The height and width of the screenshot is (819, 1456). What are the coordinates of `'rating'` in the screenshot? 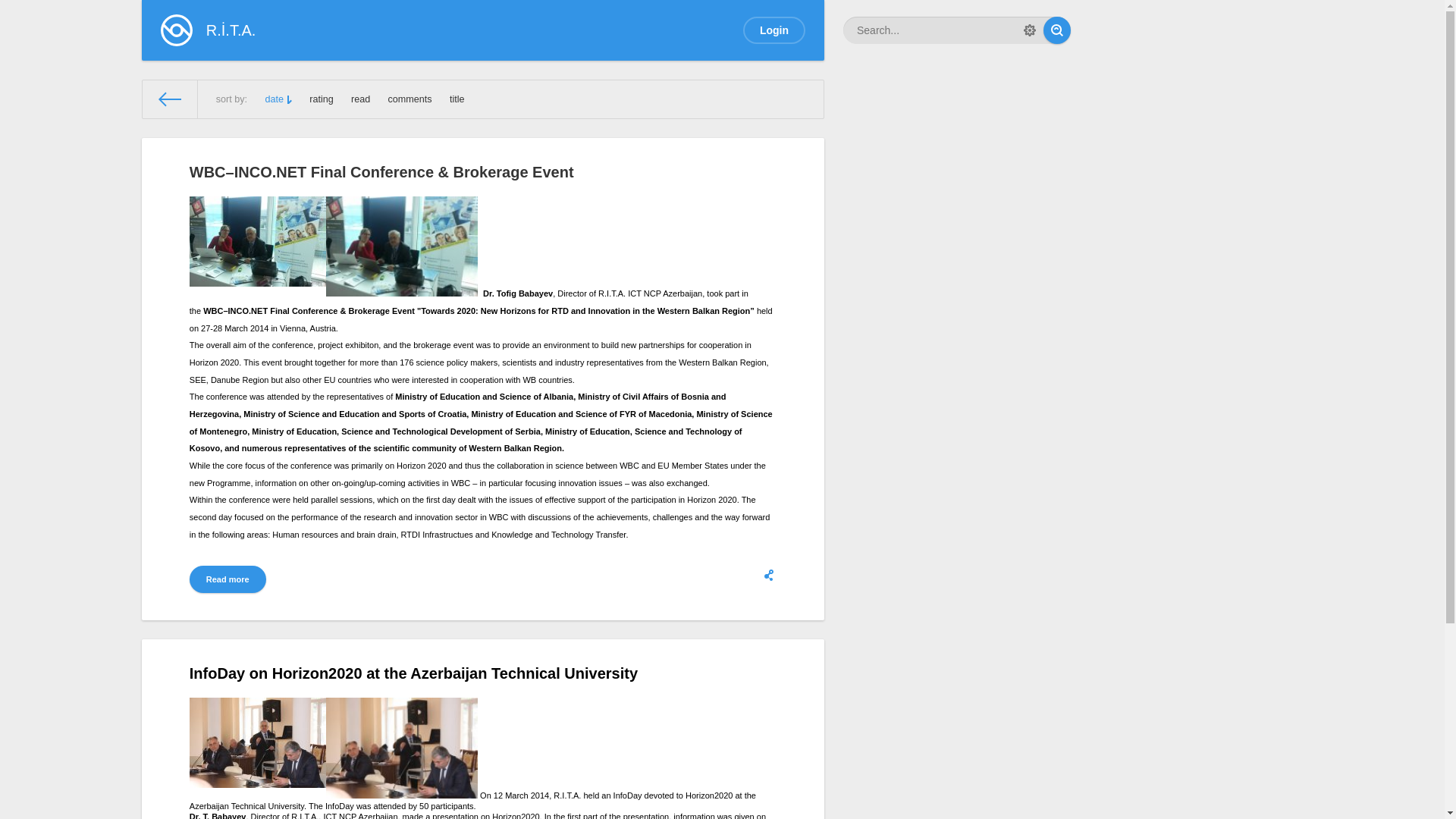 It's located at (320, 99).